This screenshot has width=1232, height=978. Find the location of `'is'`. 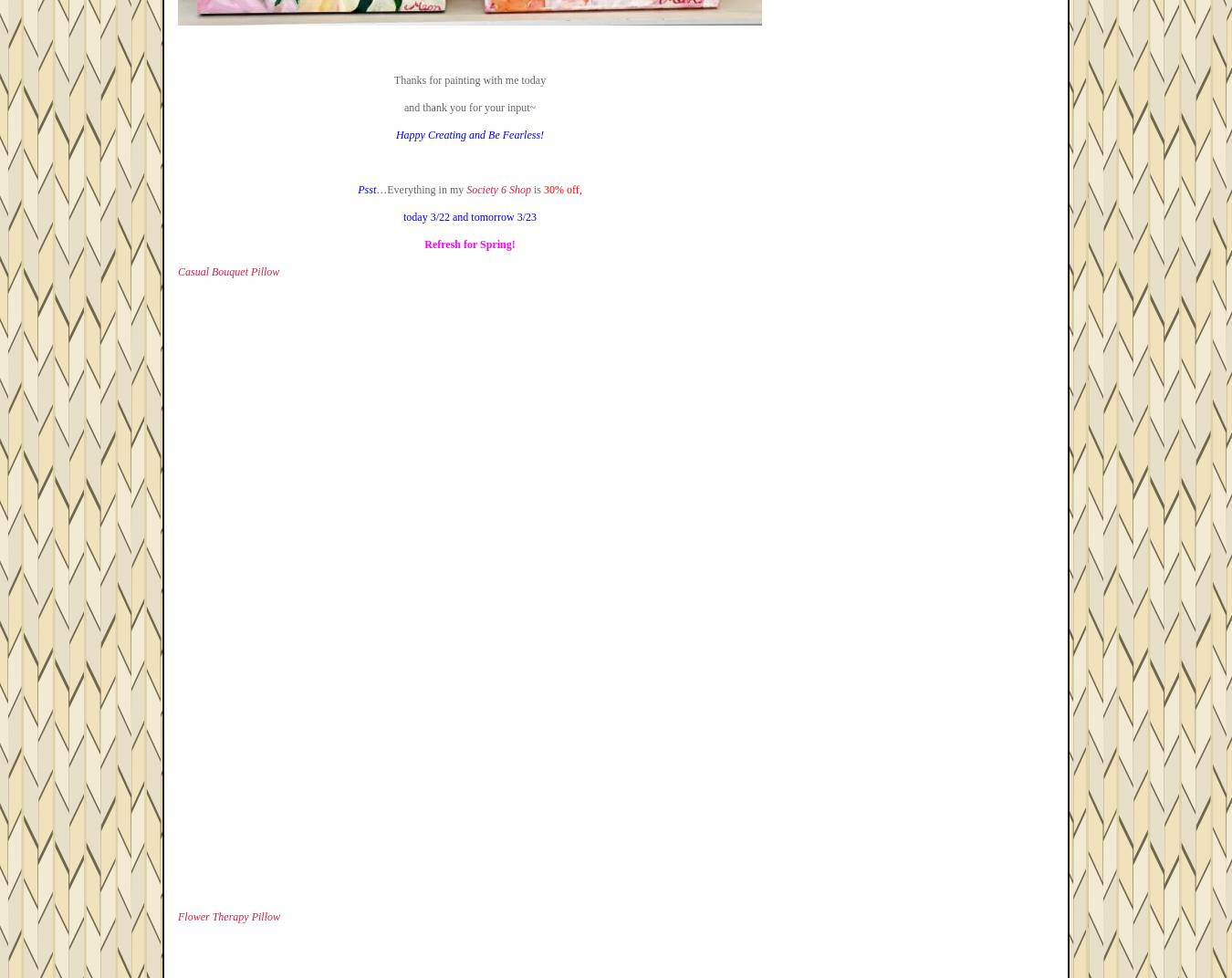

'is' is located at coordinates (537, 189).